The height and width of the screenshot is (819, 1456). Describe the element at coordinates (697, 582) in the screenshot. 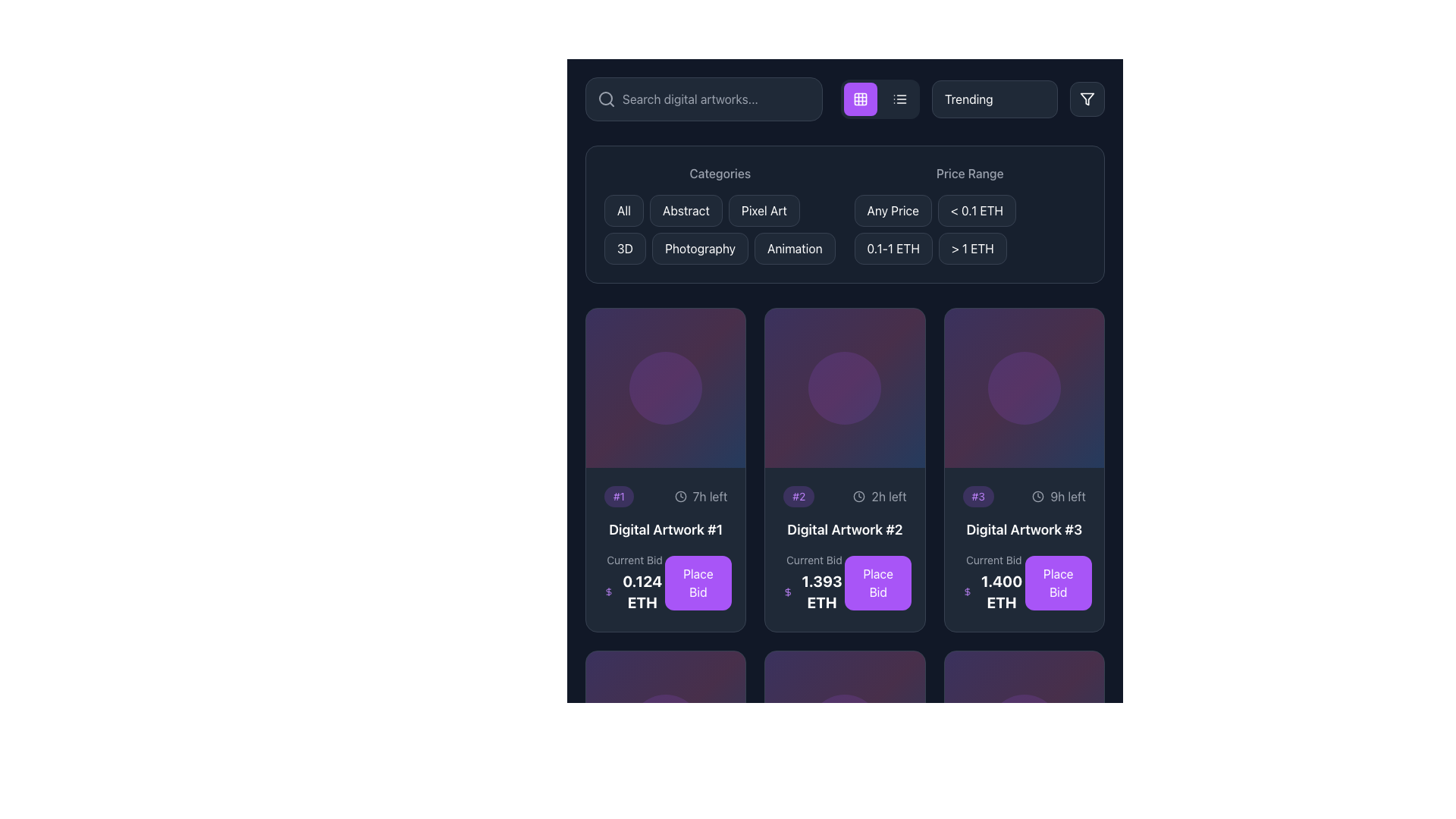

I see `the interactive button located in the lower section of the auction item card, to the right of the 'Current Bid' section, to place a bid` at that location.